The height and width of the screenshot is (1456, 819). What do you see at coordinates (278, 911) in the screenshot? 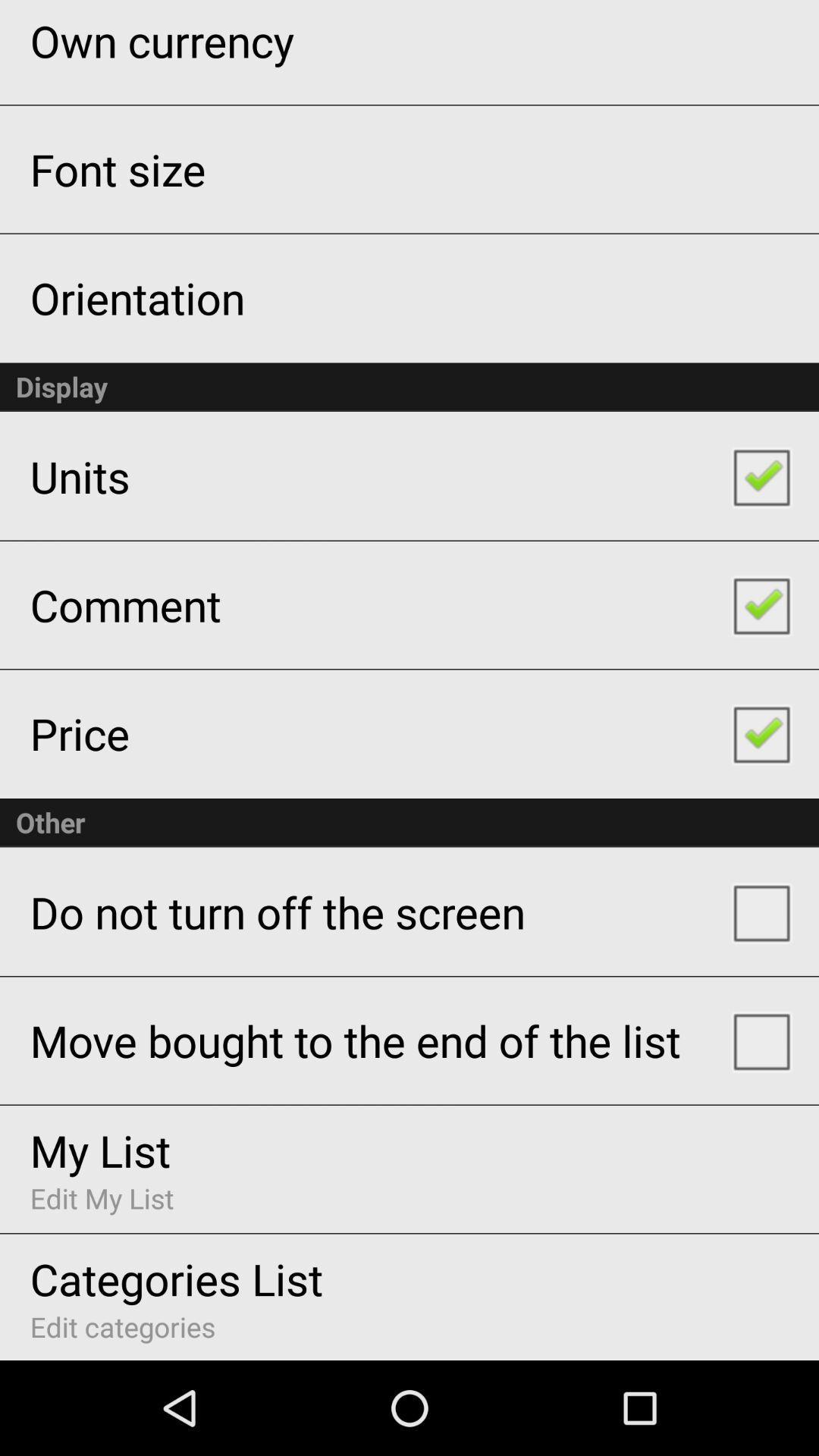
I see `the do not turn icon` at bounding box center [278, 911].